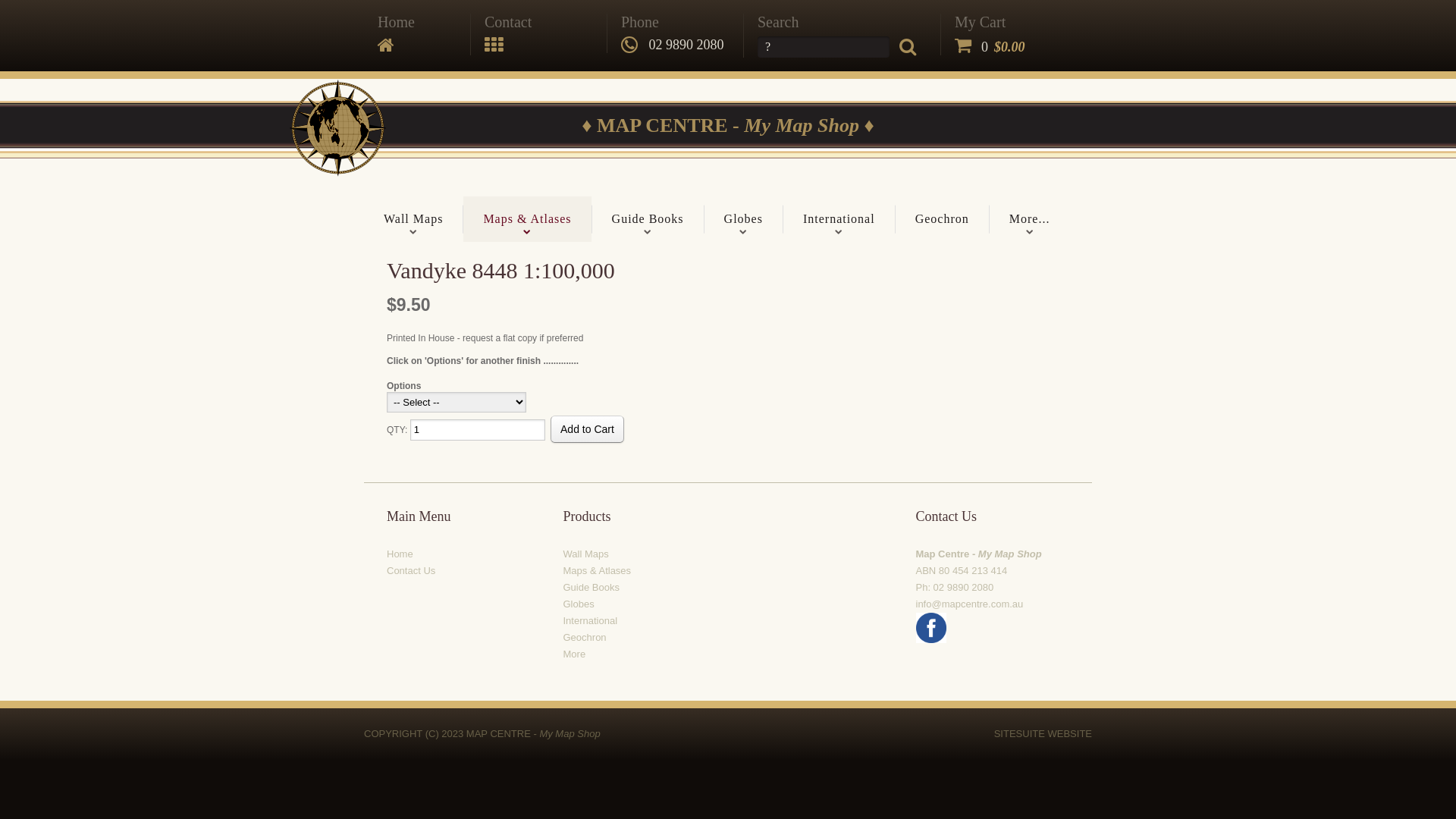  I want to click on 'Globes', so click(743, 219).